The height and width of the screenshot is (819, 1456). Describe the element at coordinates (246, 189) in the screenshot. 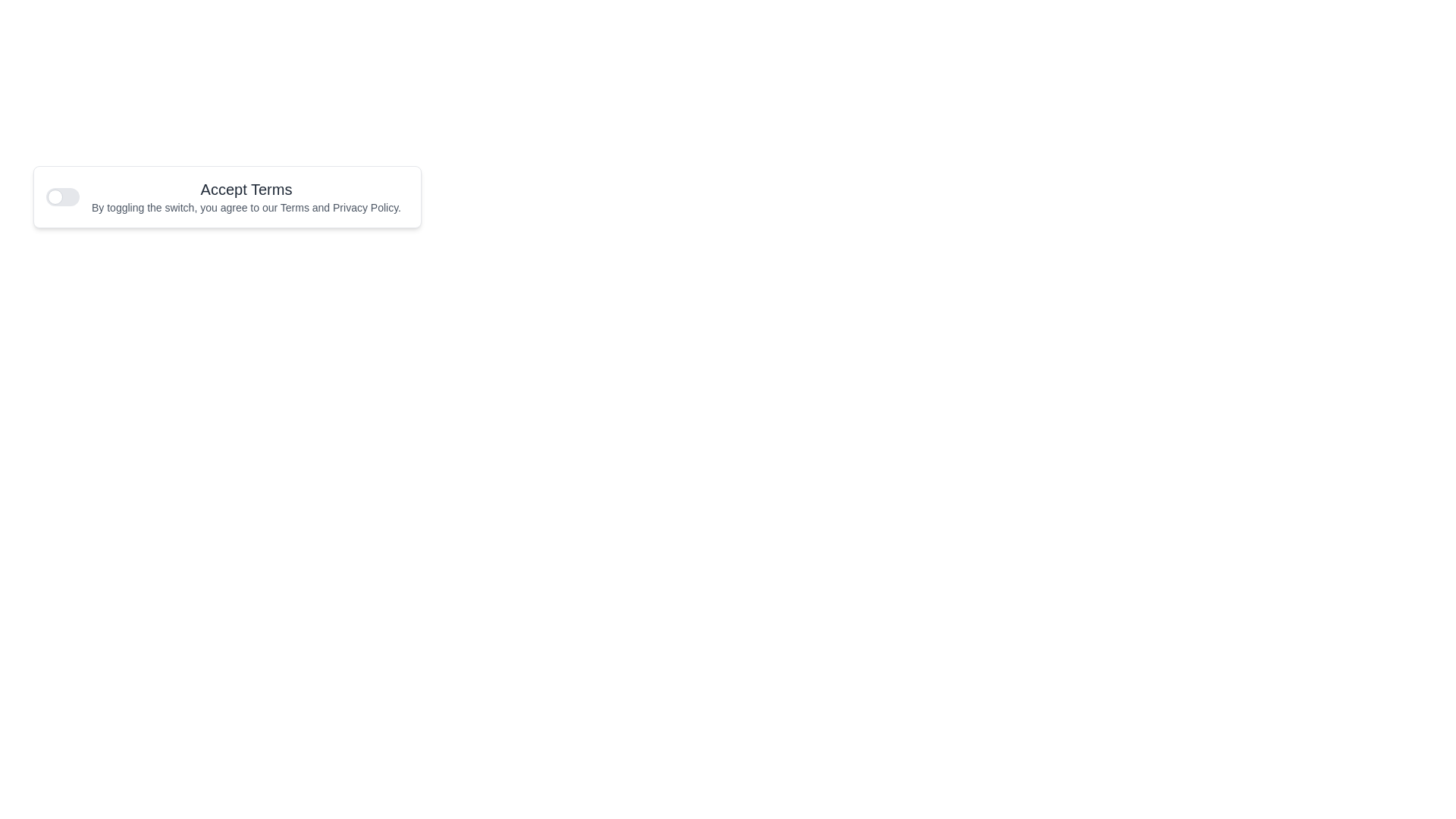

I see `the 'Accept Terms' text label, which is bold, large, and dark gray, located in the upper-middle section above a secondary text and adjacent to a toggle switch` at that location.